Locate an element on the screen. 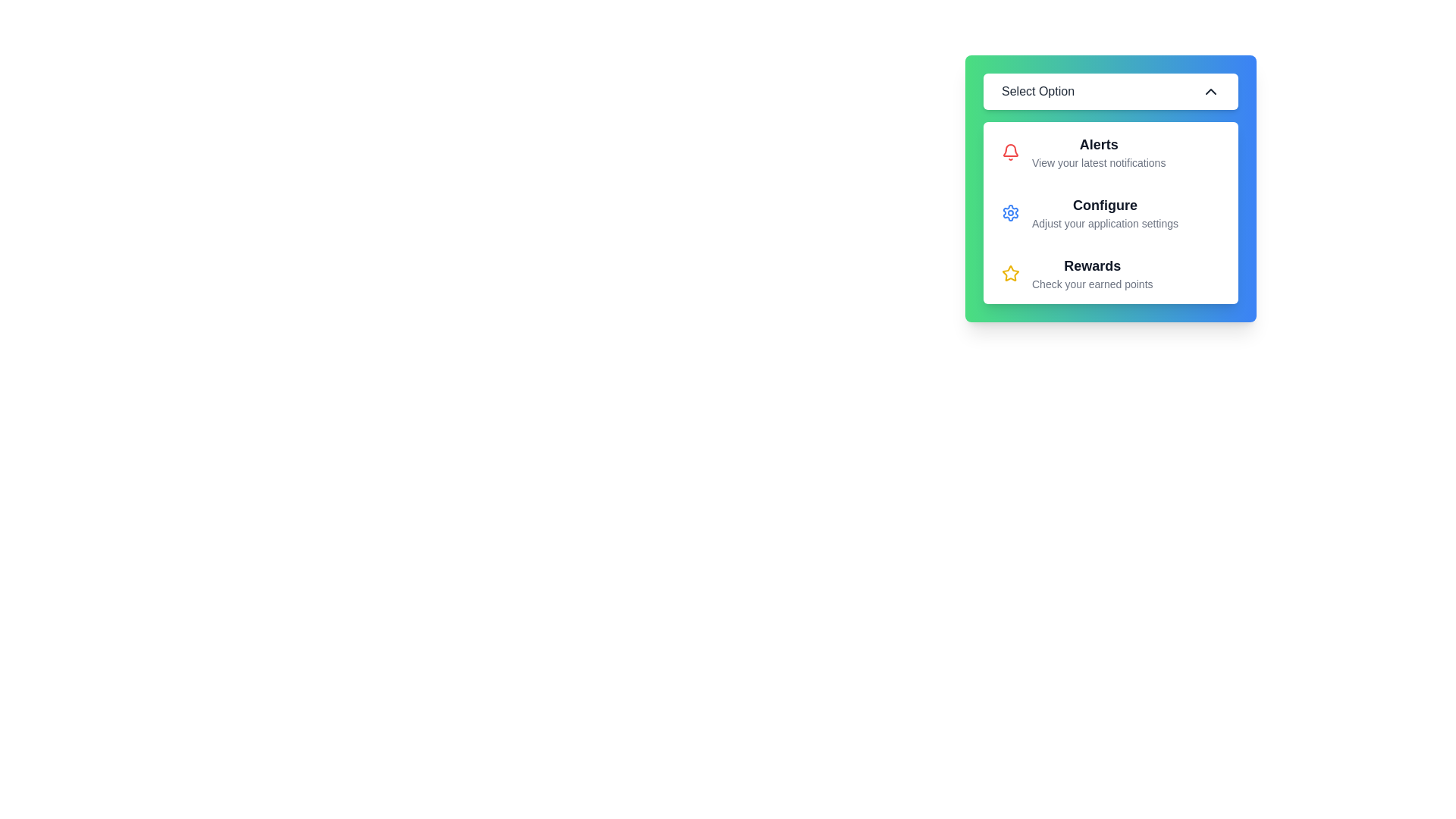 The height and width of the screenshot is (819, 1456). 'Configure' label, which is prominently styled in bold and larger font, indicating its importance in the settings menu is located at coordinates (1105, 205).